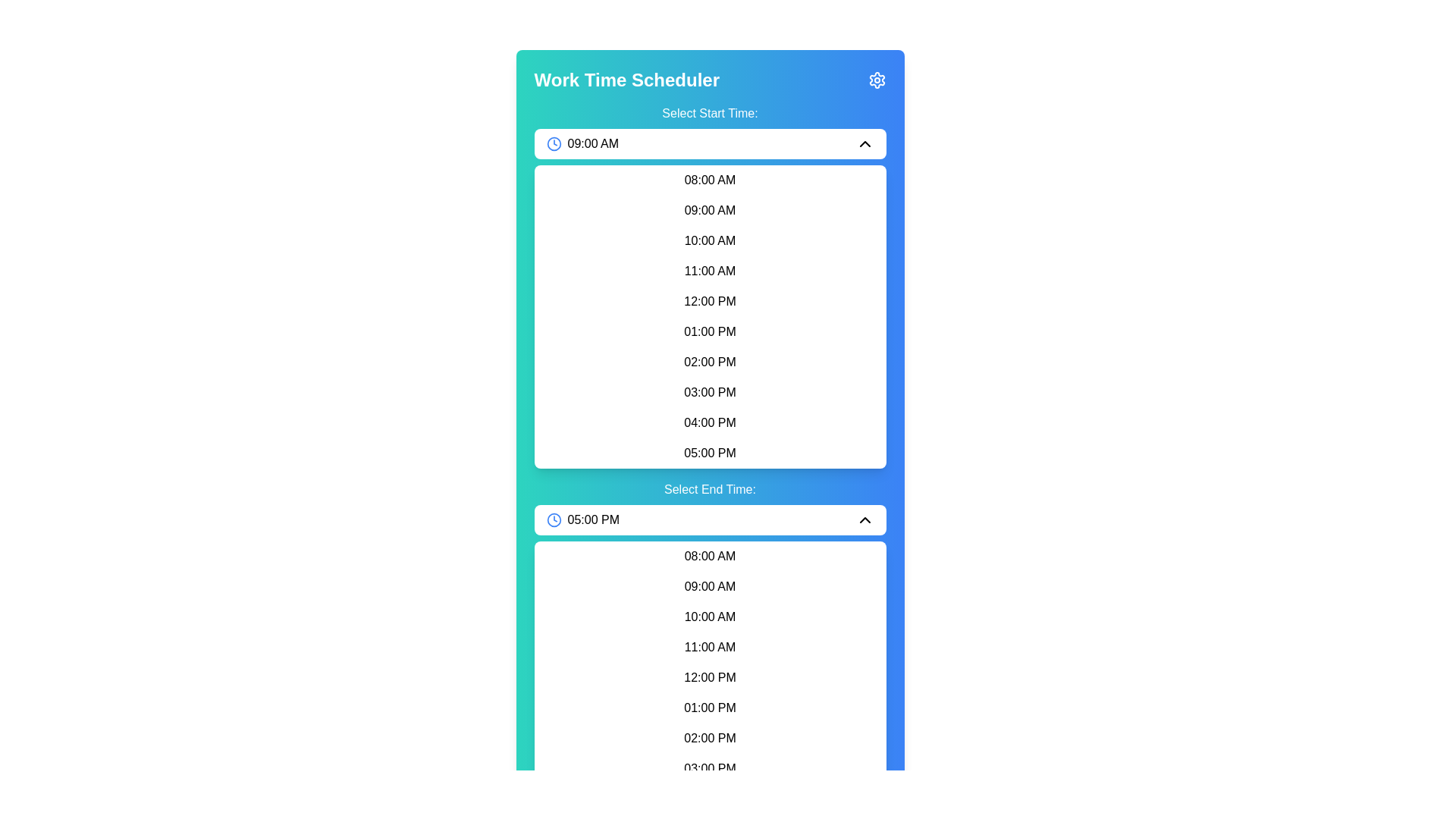 This screenshot has width=1456, height=819. I want to click on the dropdown menu item displaying '08:00 AM', so click(709, 180).